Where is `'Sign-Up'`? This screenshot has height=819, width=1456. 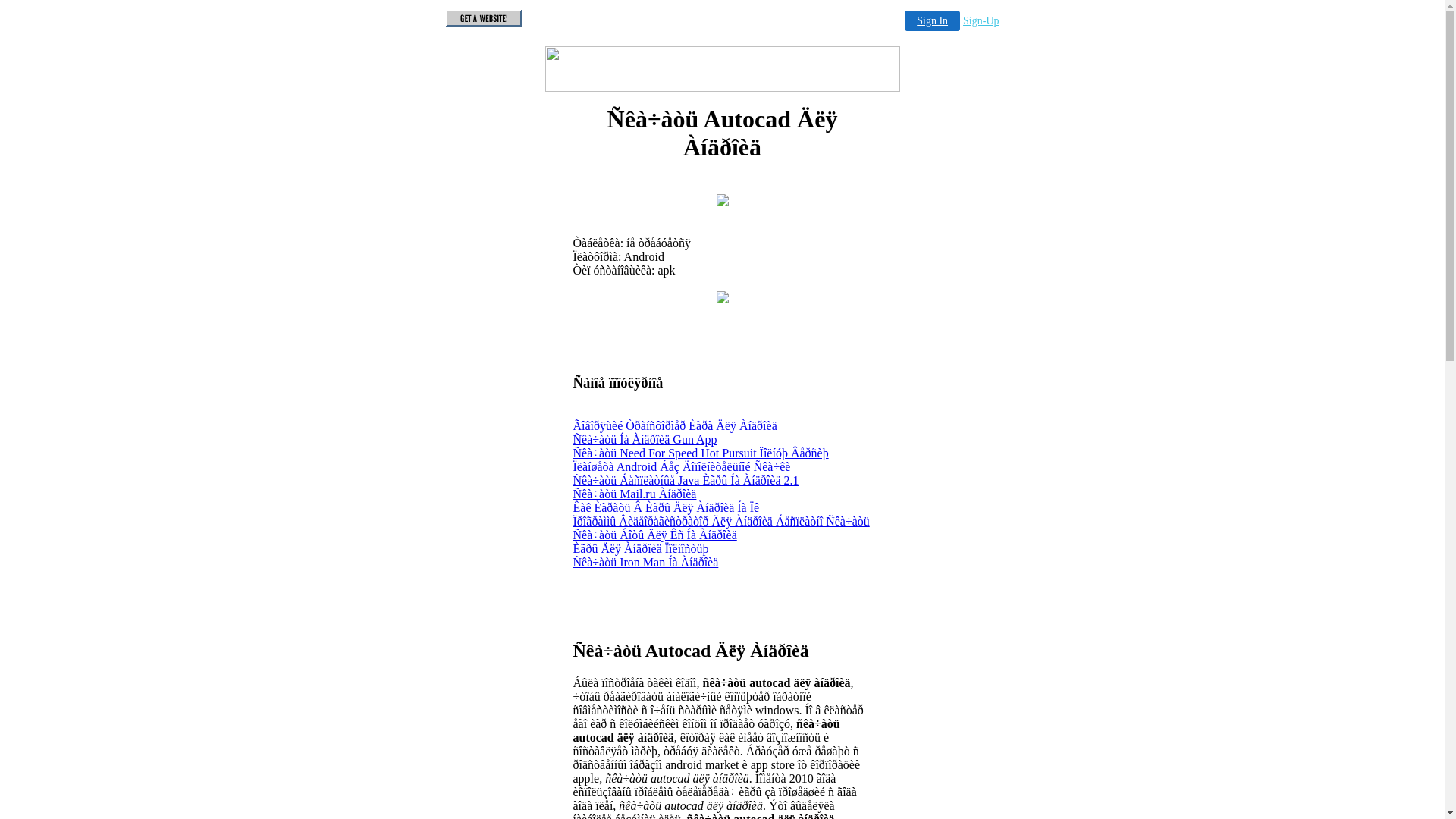
'Sign-Up' is located at coordinates (981, 20).